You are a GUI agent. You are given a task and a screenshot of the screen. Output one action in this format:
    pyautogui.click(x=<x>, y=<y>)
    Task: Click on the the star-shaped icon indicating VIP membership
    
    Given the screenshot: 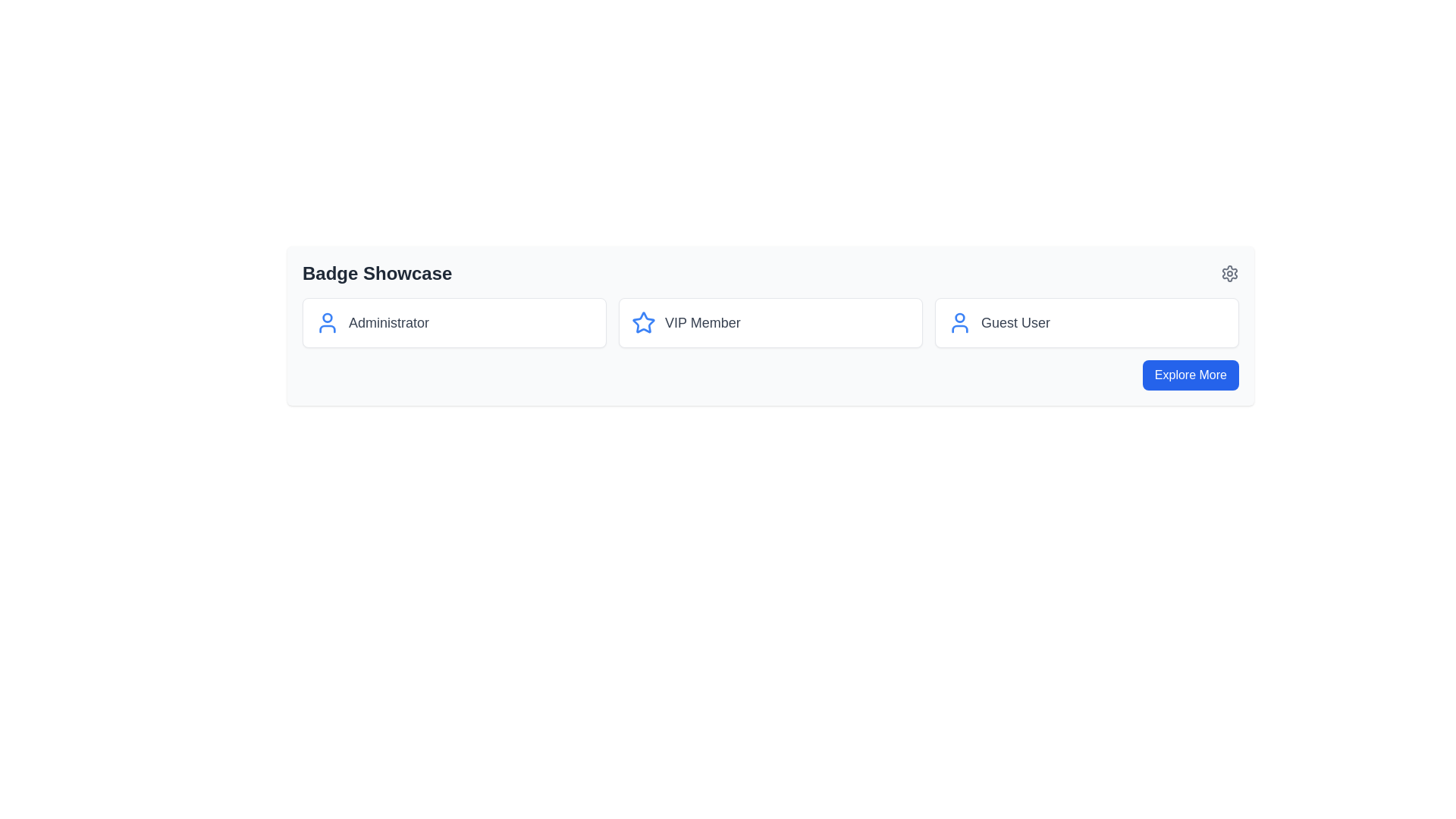 What is the action you would take?
    pyautogui.click(x=644, y=322)
    